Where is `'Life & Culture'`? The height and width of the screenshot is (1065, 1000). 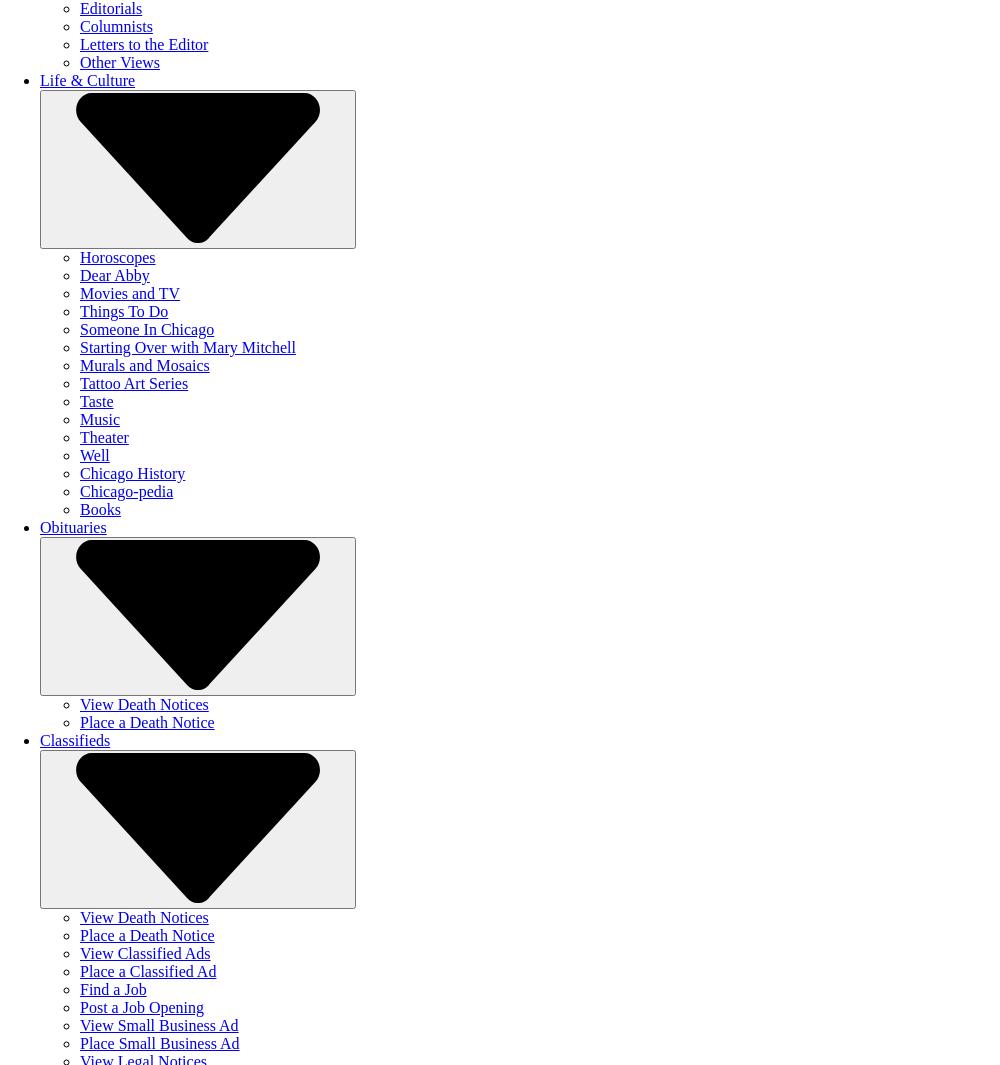 'Life & Culture' is located at coordinates (86, 79).